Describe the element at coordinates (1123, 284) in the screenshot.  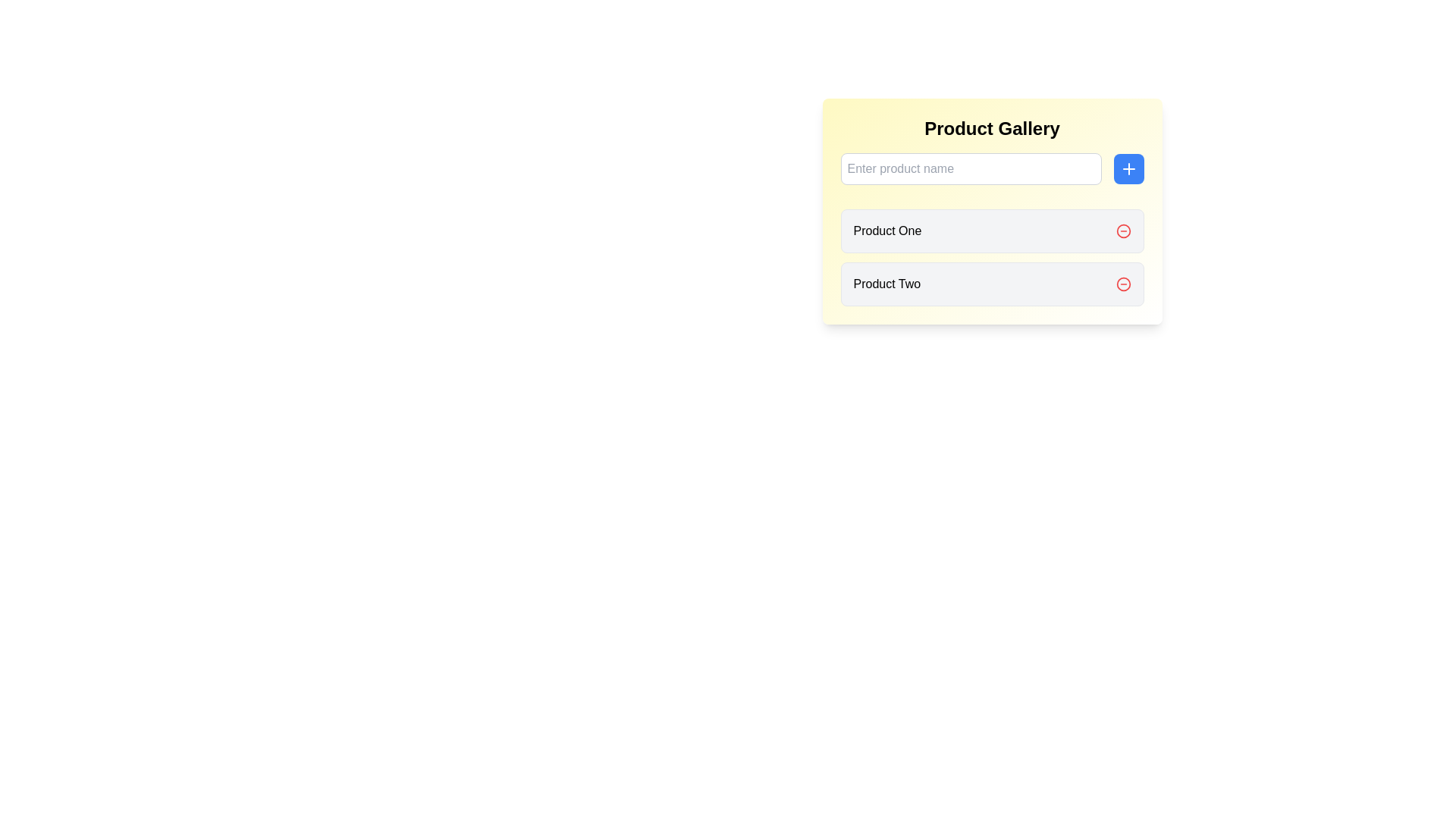
I see `the circular border of the SVG graphic positioned adjacent to the 'Product One' label in the list layout` at that location.